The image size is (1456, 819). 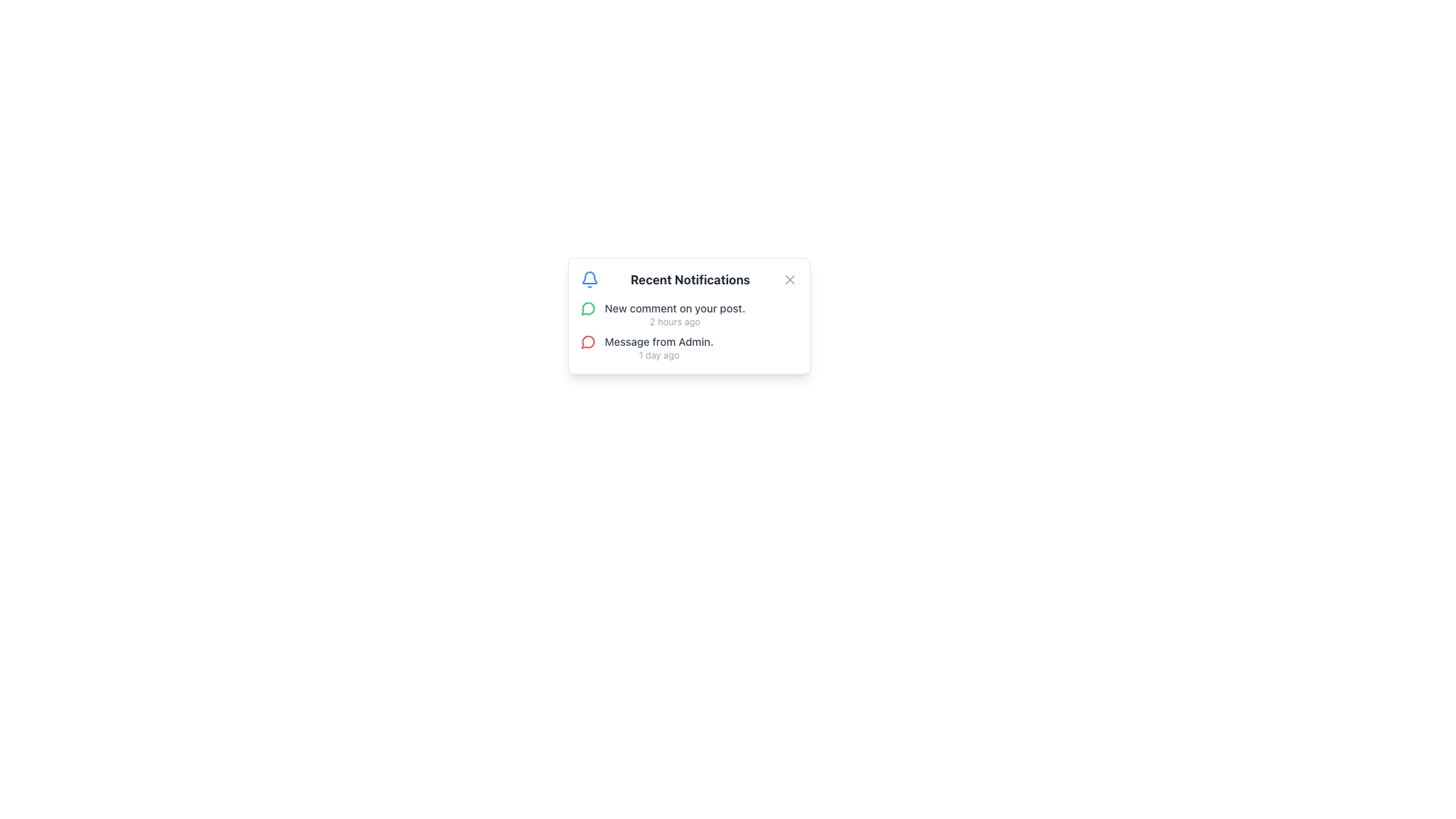 What do you see at coordinates (688, 330) in the screenshot?
I see `the recent notifications list located within the notification card beneath the heading 'Recent Notifications'` at bounding box center [688, 330].